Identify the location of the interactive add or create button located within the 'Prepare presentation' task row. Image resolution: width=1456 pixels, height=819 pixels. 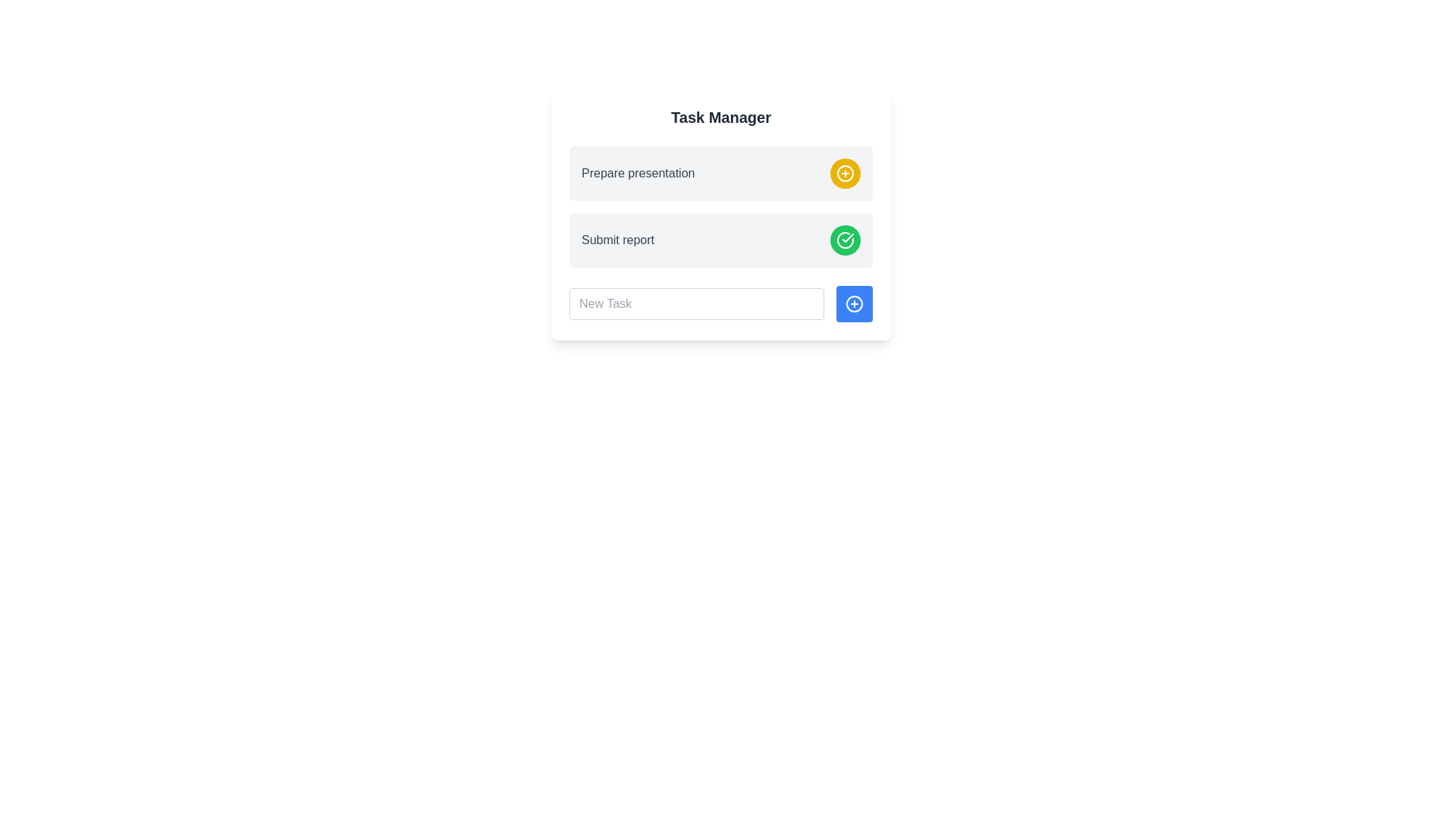
(844, 172).